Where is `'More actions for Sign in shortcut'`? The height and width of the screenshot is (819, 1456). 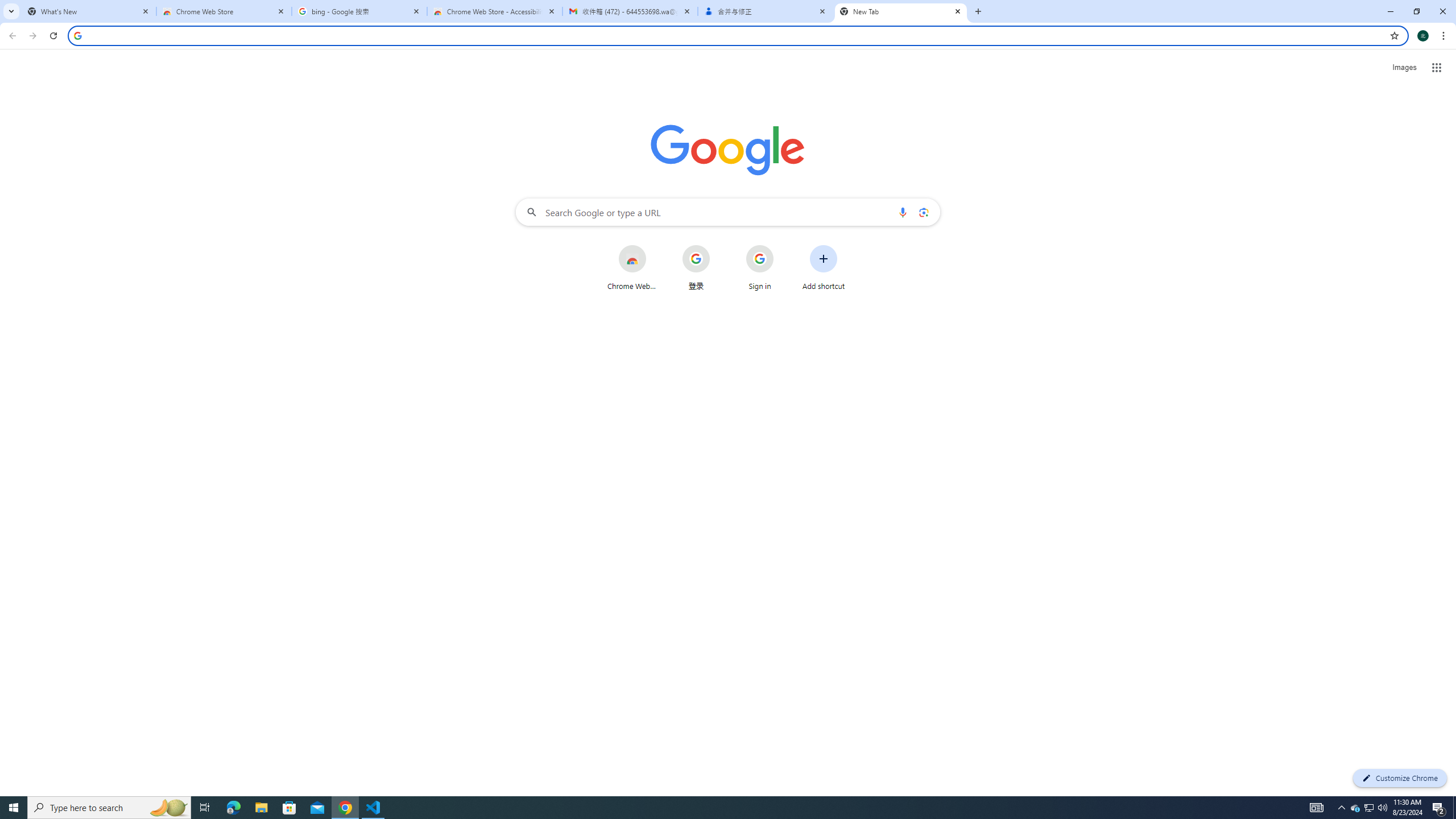 'More actions for Sign in shortcut' is located at coordinates (782, 246).